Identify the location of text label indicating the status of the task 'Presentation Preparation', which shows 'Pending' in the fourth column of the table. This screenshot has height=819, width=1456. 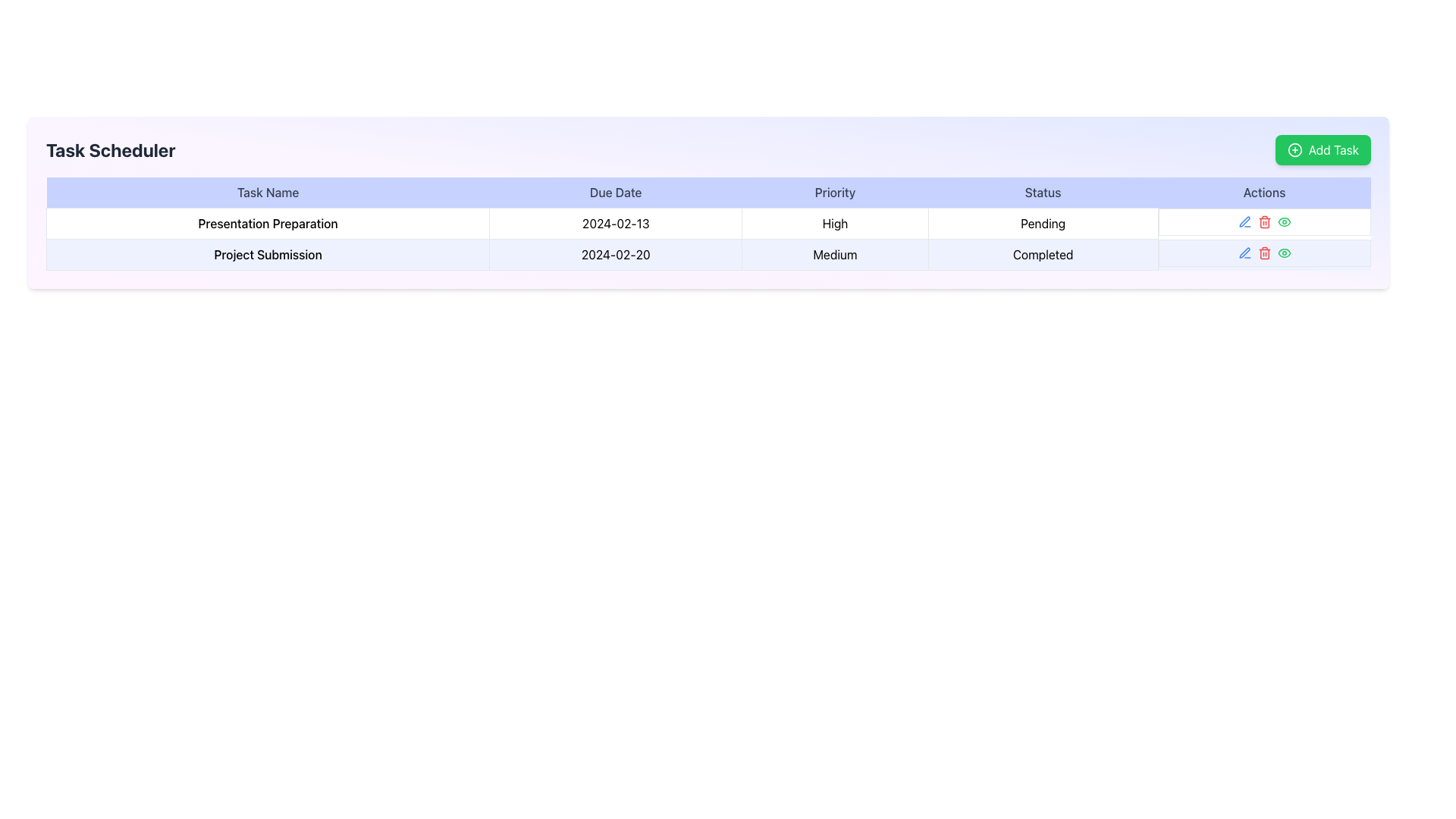
(1042, 223).